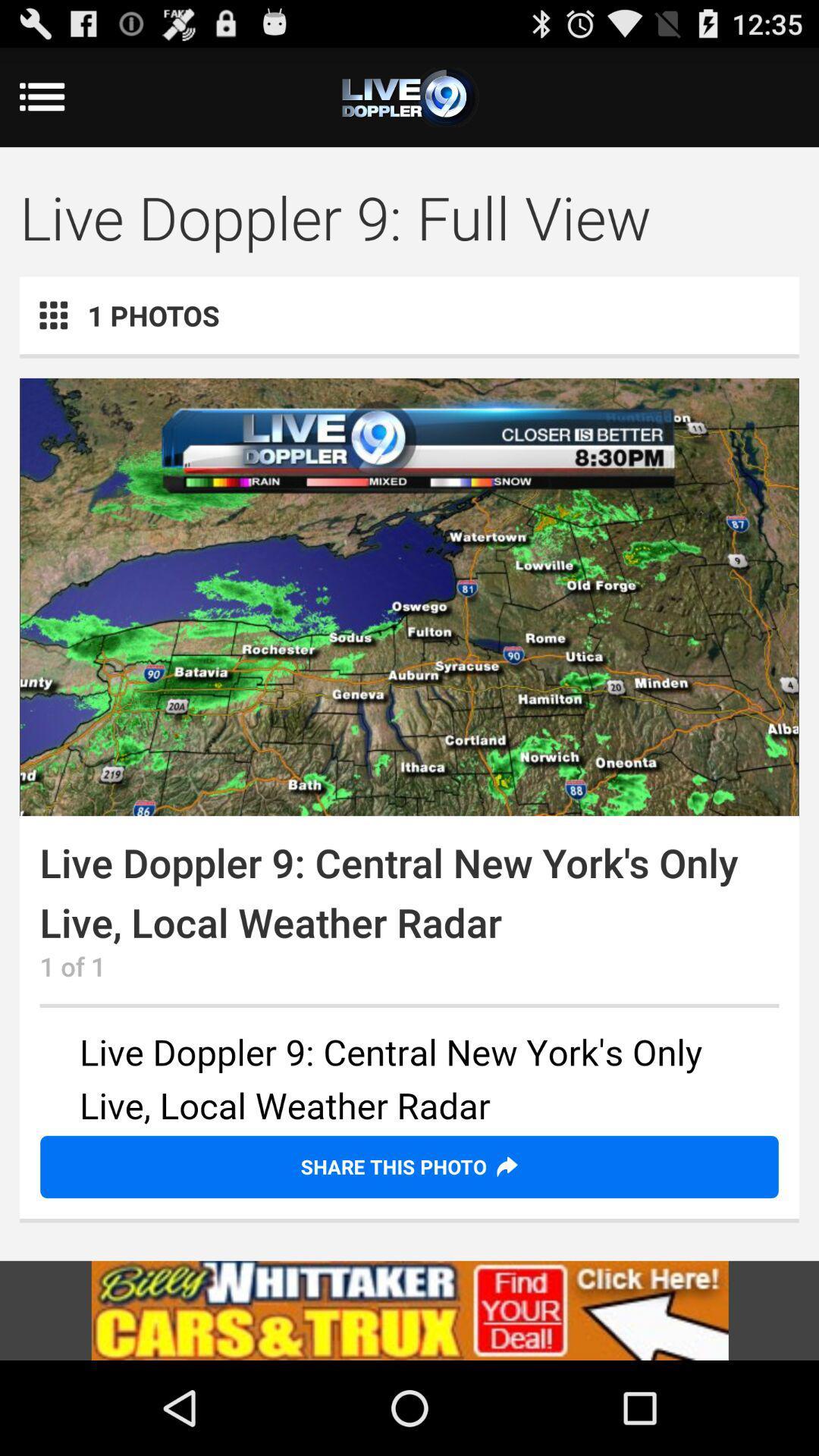  I want to click on go homepage, so click(409, 96).